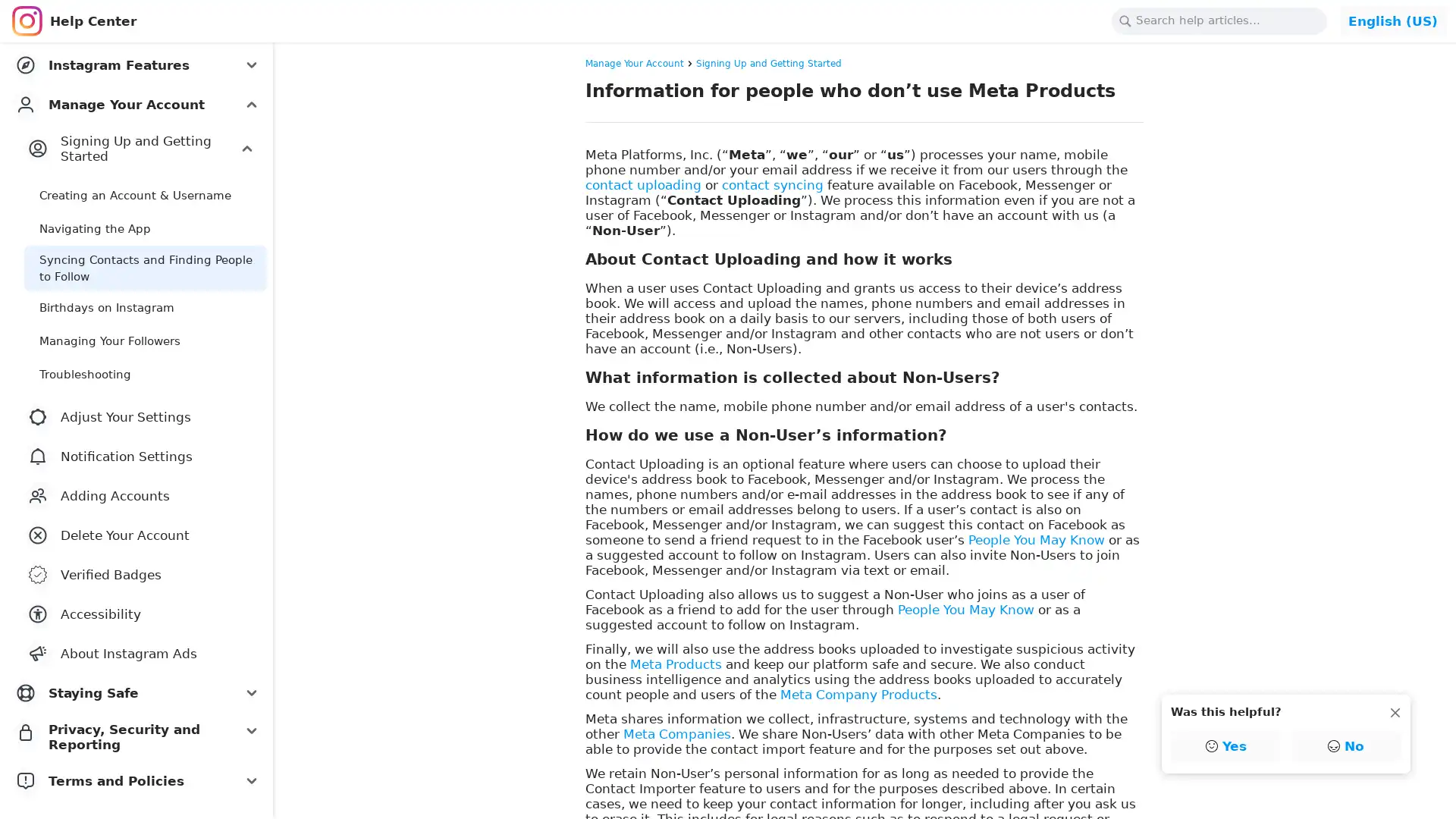  Describe the element at coordinates (1346, 745) in the screenshot. I see `No` at that location.